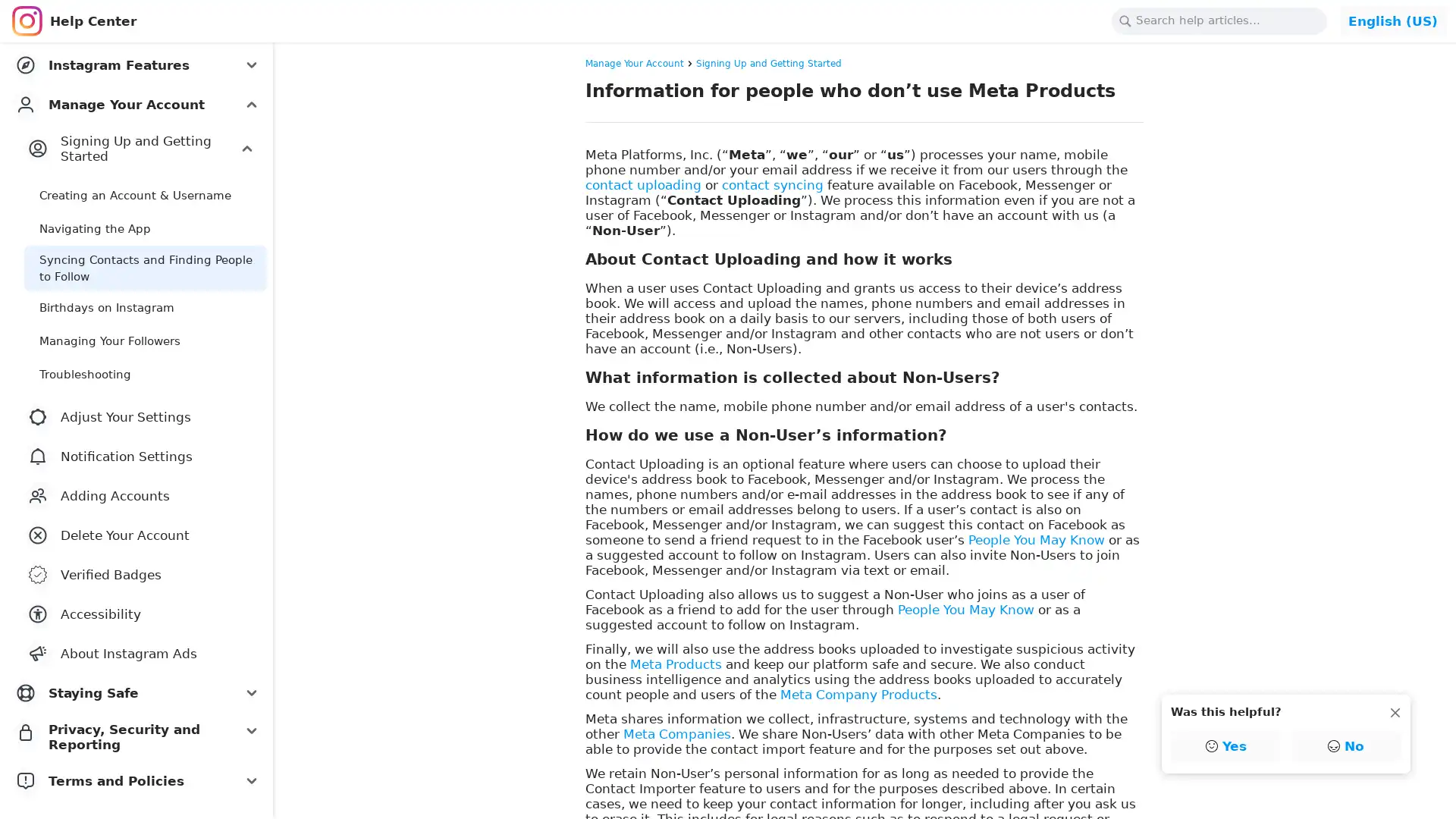  Describe the element at coordinates (1346, 745) in the screenshot. I see `No` at that location.